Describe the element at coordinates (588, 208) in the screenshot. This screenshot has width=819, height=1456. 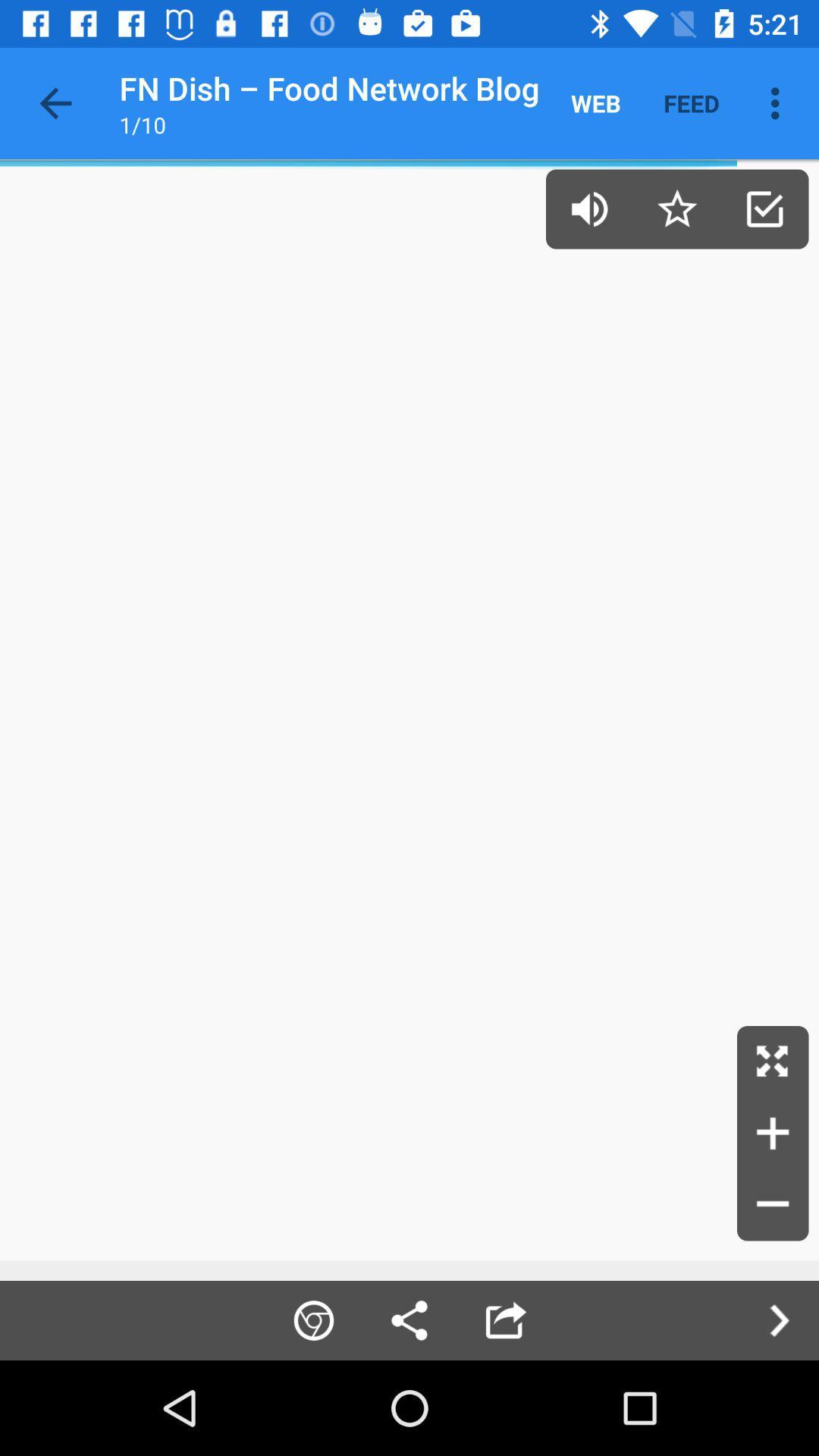
I see `volume button` at that location.